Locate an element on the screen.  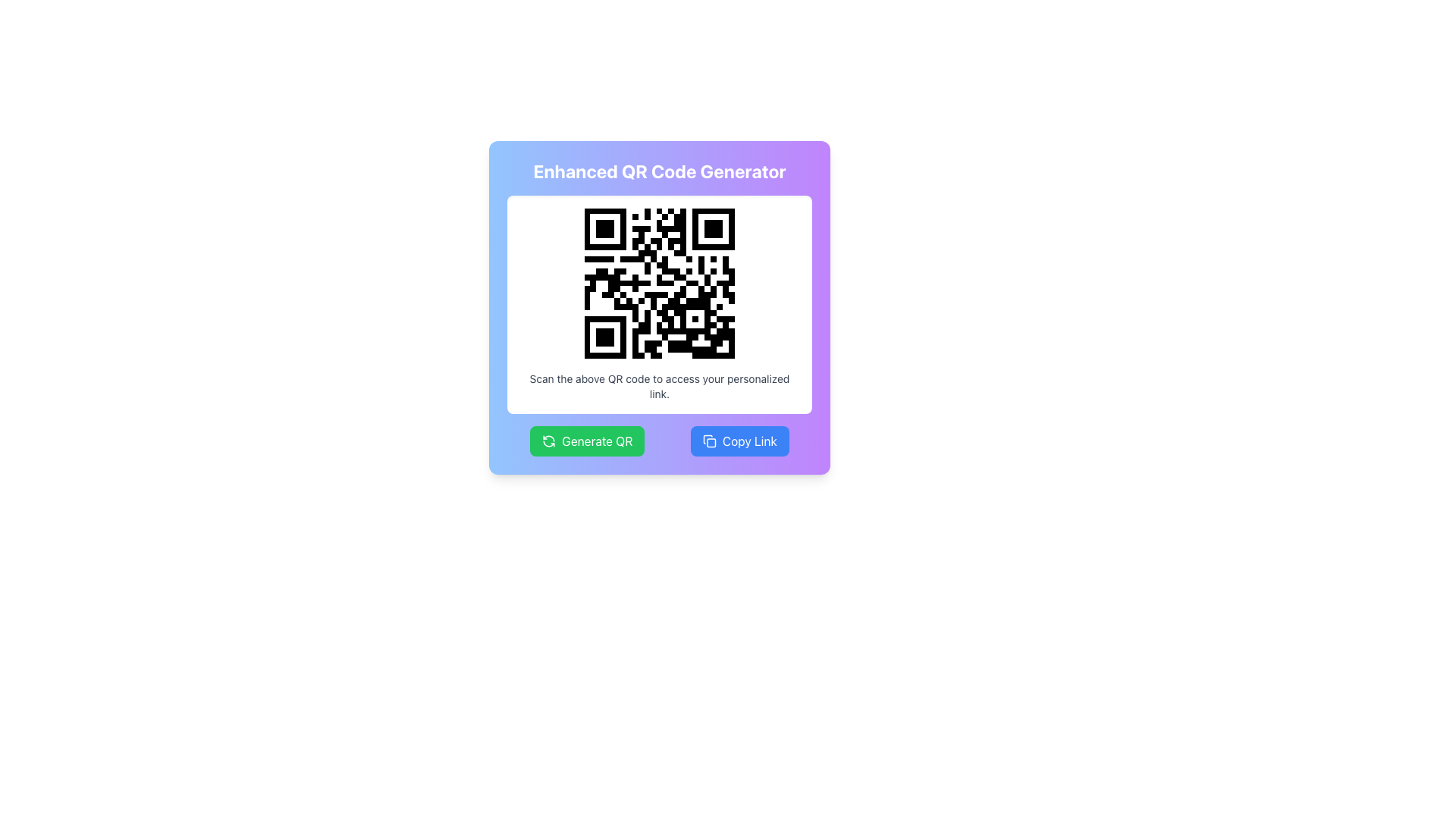
the copy icon located in the 'Copy Link' button, which is positioned to the right of the 'Generate QR' button and to the left of the text 'Copy Link' is located at coordinates (709, 441).